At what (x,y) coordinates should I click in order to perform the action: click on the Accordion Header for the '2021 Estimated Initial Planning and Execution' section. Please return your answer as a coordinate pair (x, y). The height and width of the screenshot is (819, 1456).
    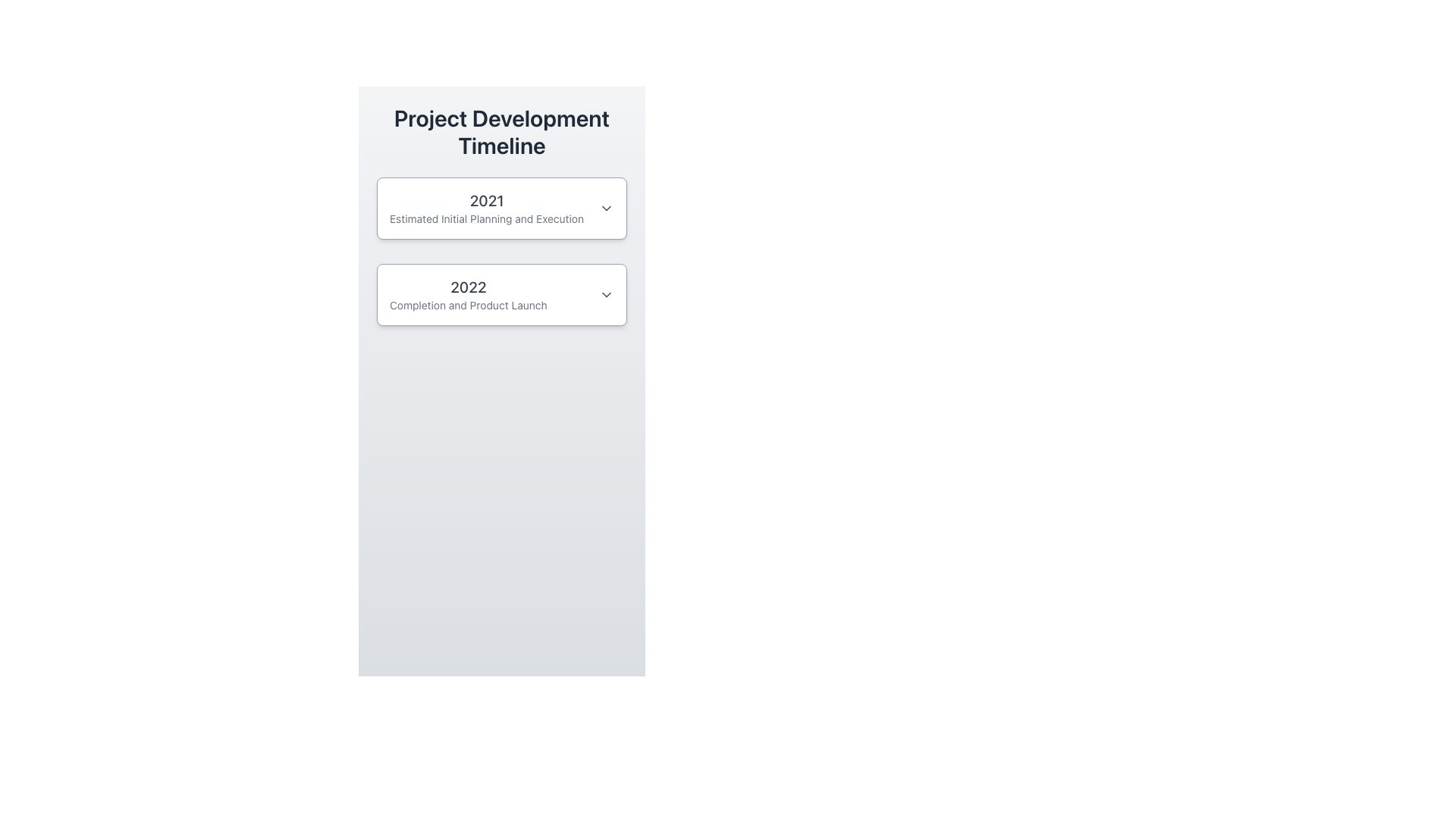
    Looking at the image, I should click on (502, 208).